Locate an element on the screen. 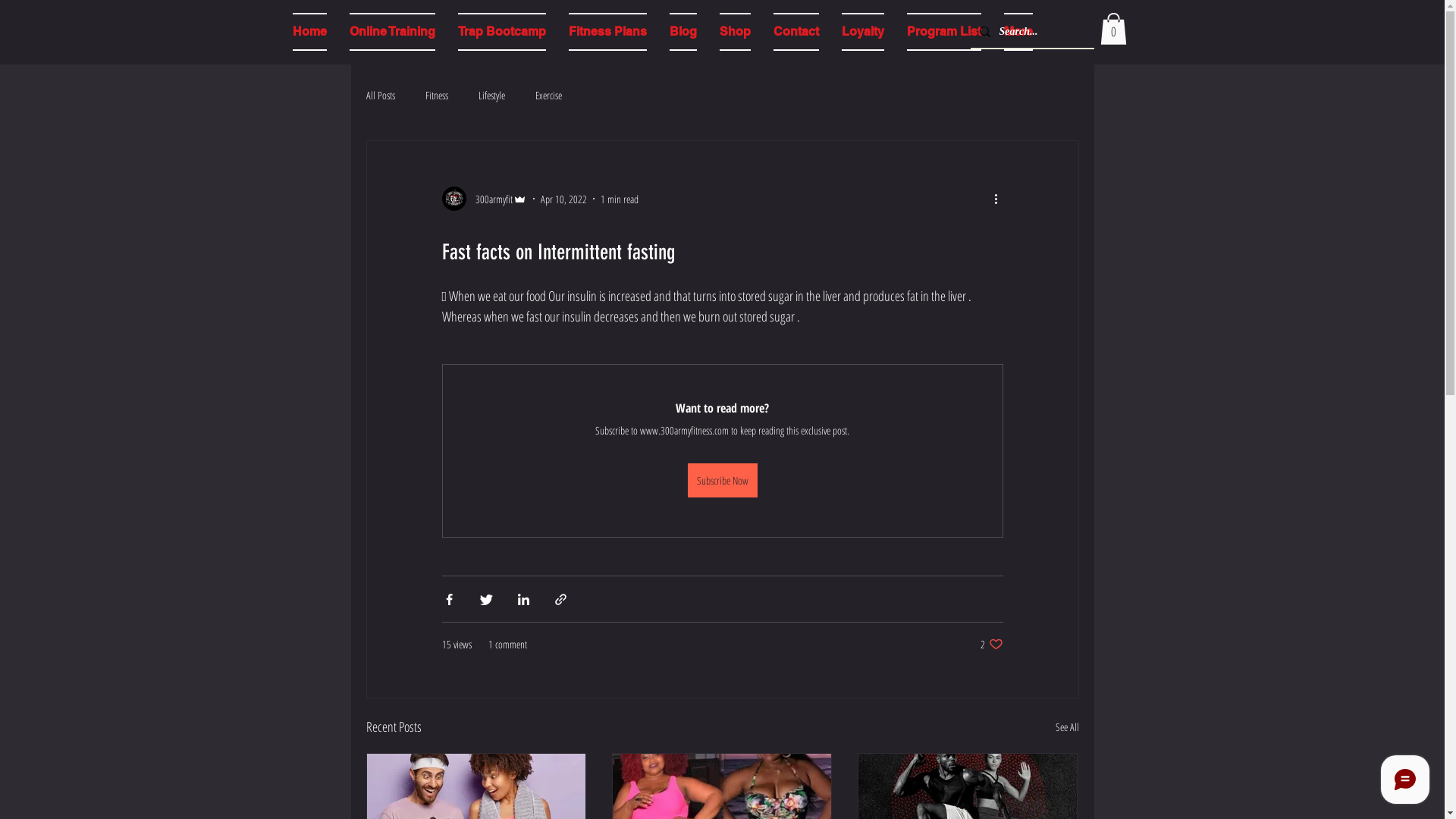  'Trap Bootcamp' is located at coordinates (501, 32).